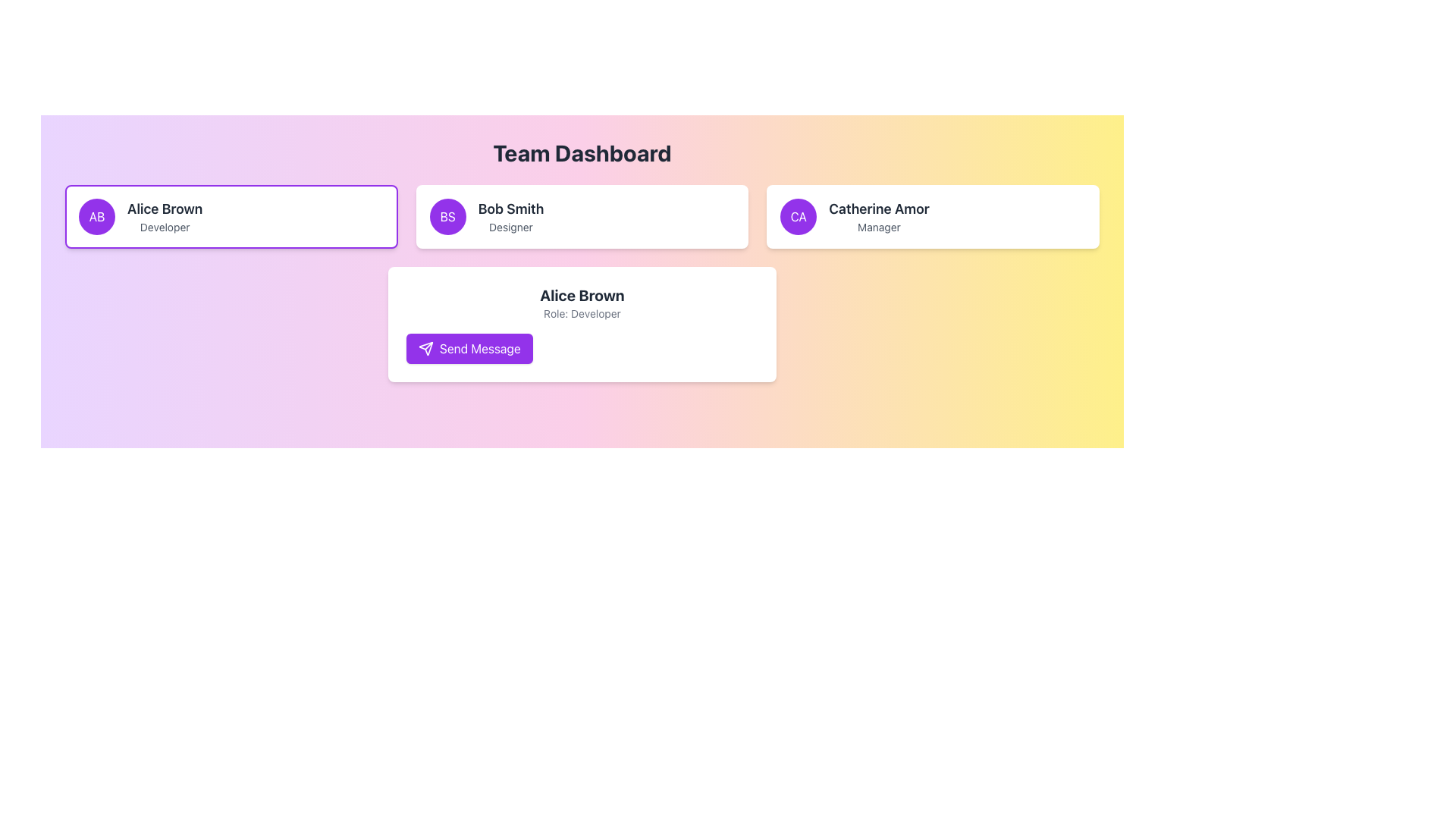 Image resolution: width=1456 pixels, height=819 pixels. I want to click on static text label 'Manager' located directly underneath 'Catherine Amor' within their profile card area, so click(879, 227).